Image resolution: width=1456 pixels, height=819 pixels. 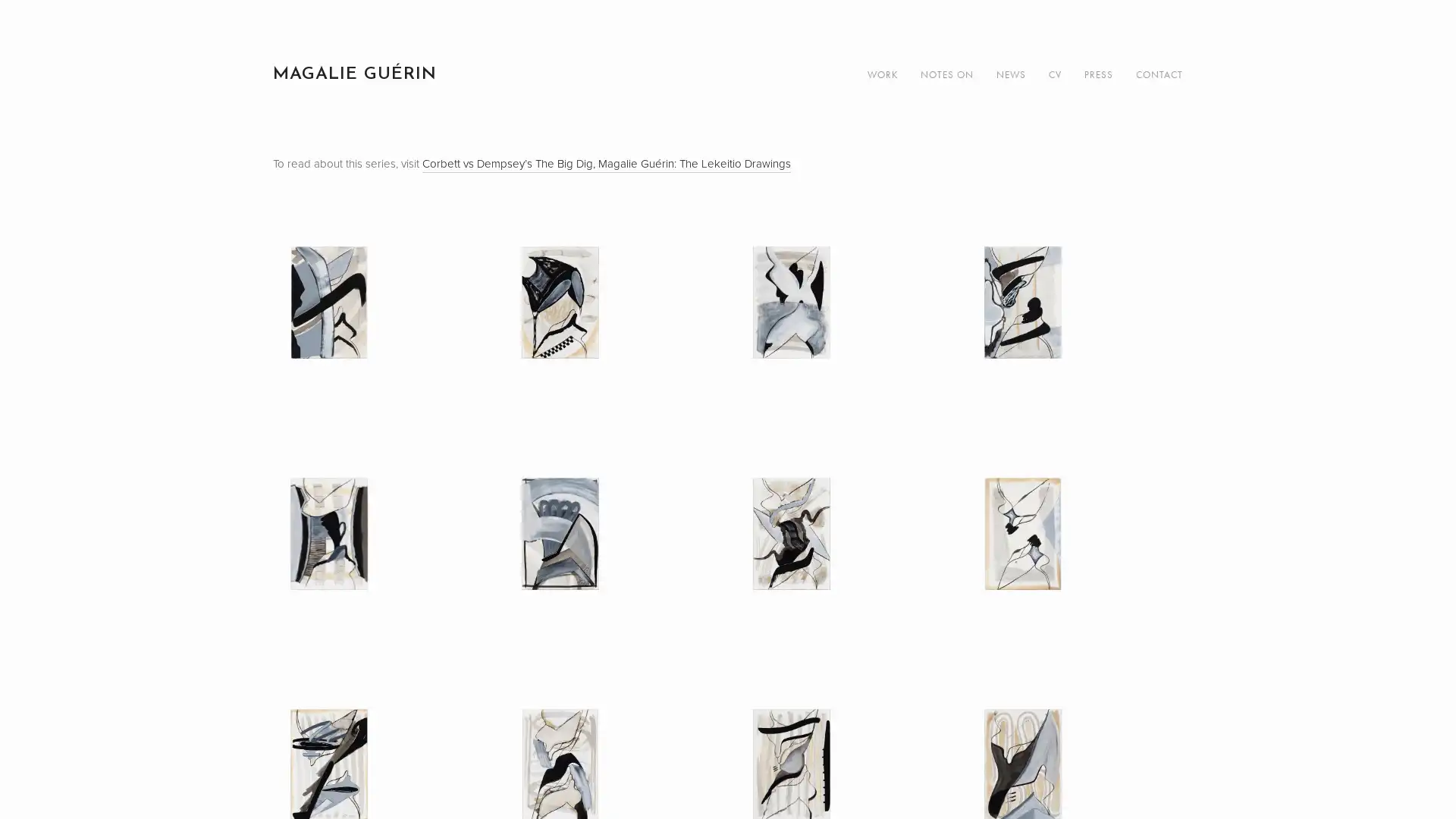 I want to click on View fullsize Untitled (LK 08), 2019, so click(x=1074, y=585).